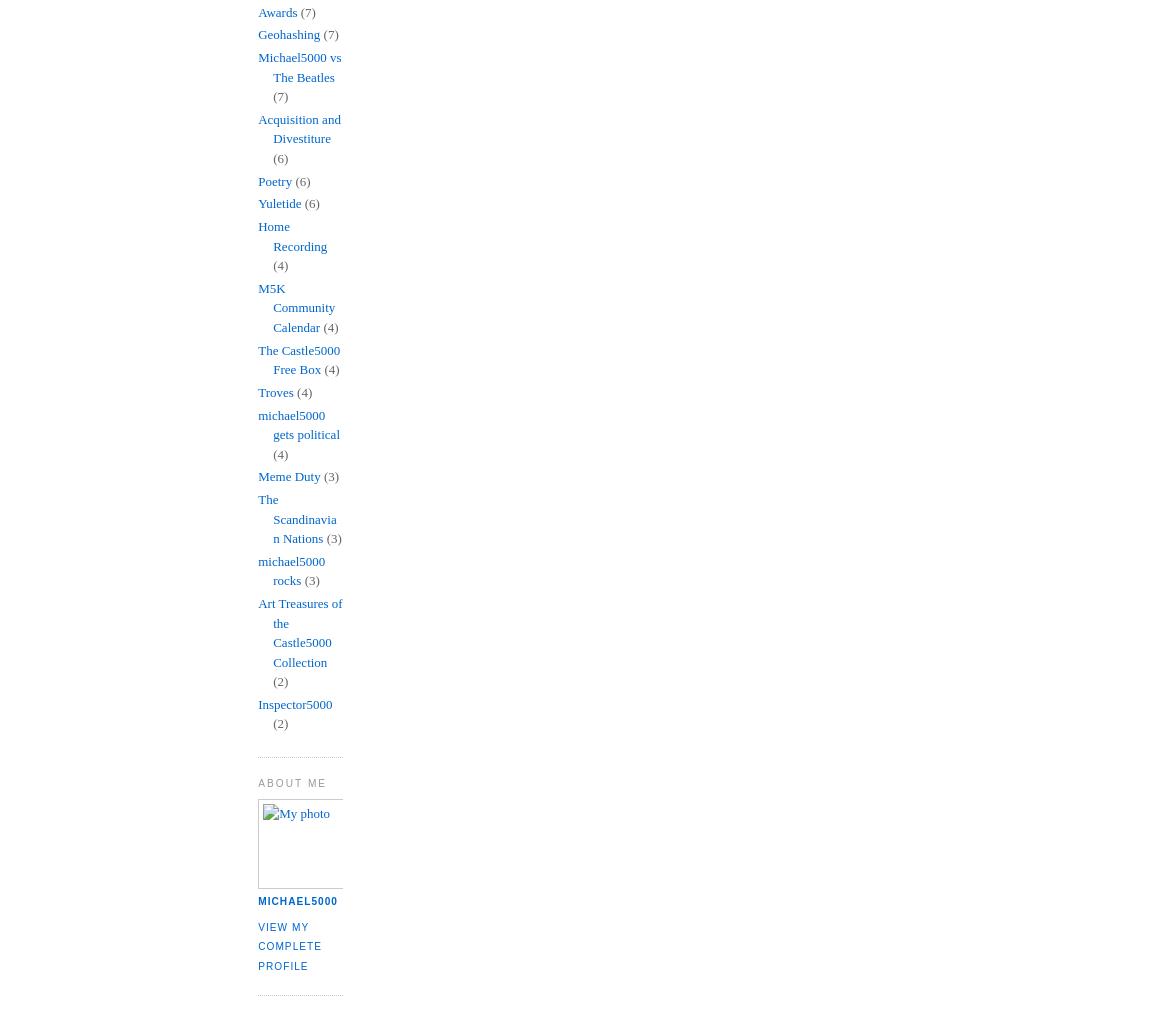  Describe the element at coordinates (299, 632) in the screenshot. I see `'Art Treasures of the Castle5000 Collection'` at that location.